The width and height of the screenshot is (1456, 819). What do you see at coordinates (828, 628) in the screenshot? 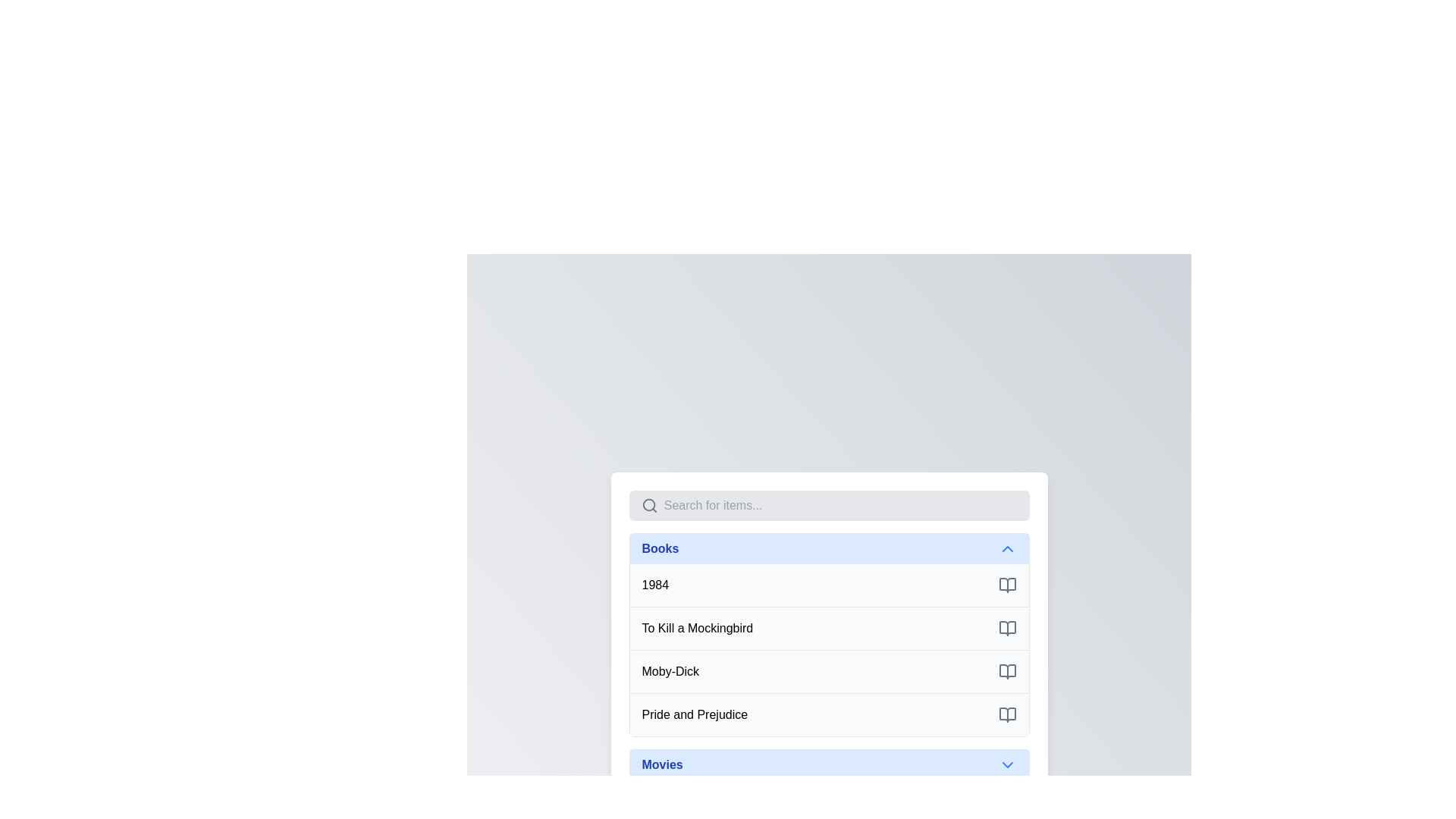
I see `the second list item in the 'Books' section, which represents the book 'To Kill a Mockingbird'` at bounding box center [828, 628].